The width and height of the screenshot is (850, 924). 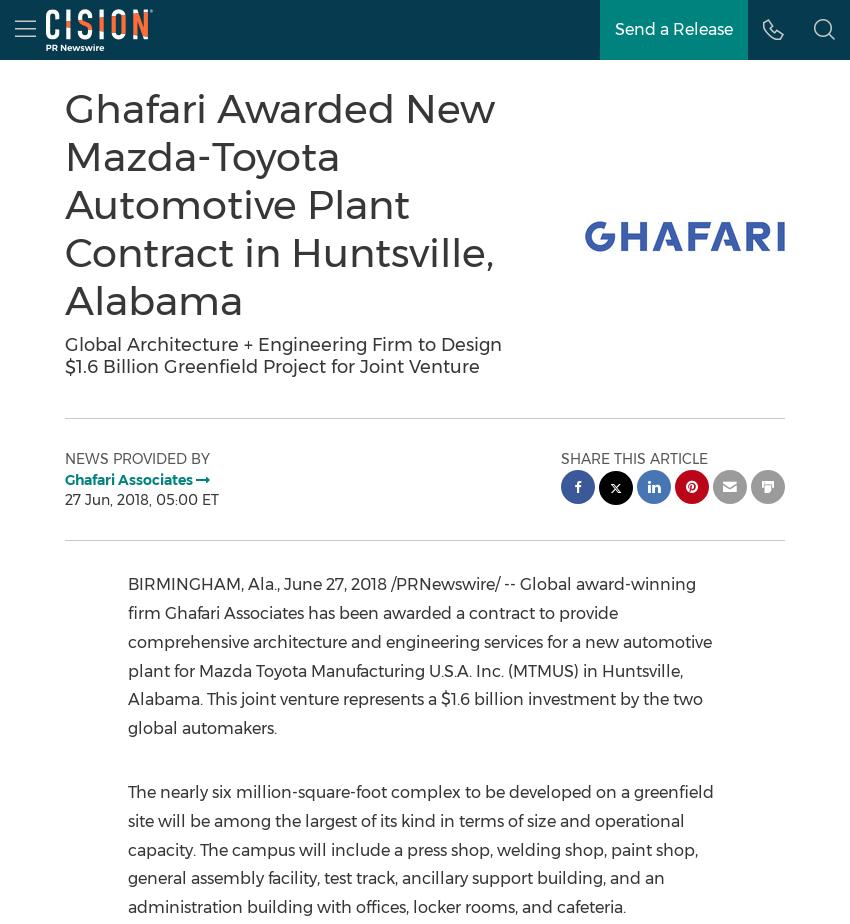 What do you see at coordinates (142, 498) in the screenshot?
I see `'27 Jun, 2018, 05:00 ET'` at bounding box center [142, 498].